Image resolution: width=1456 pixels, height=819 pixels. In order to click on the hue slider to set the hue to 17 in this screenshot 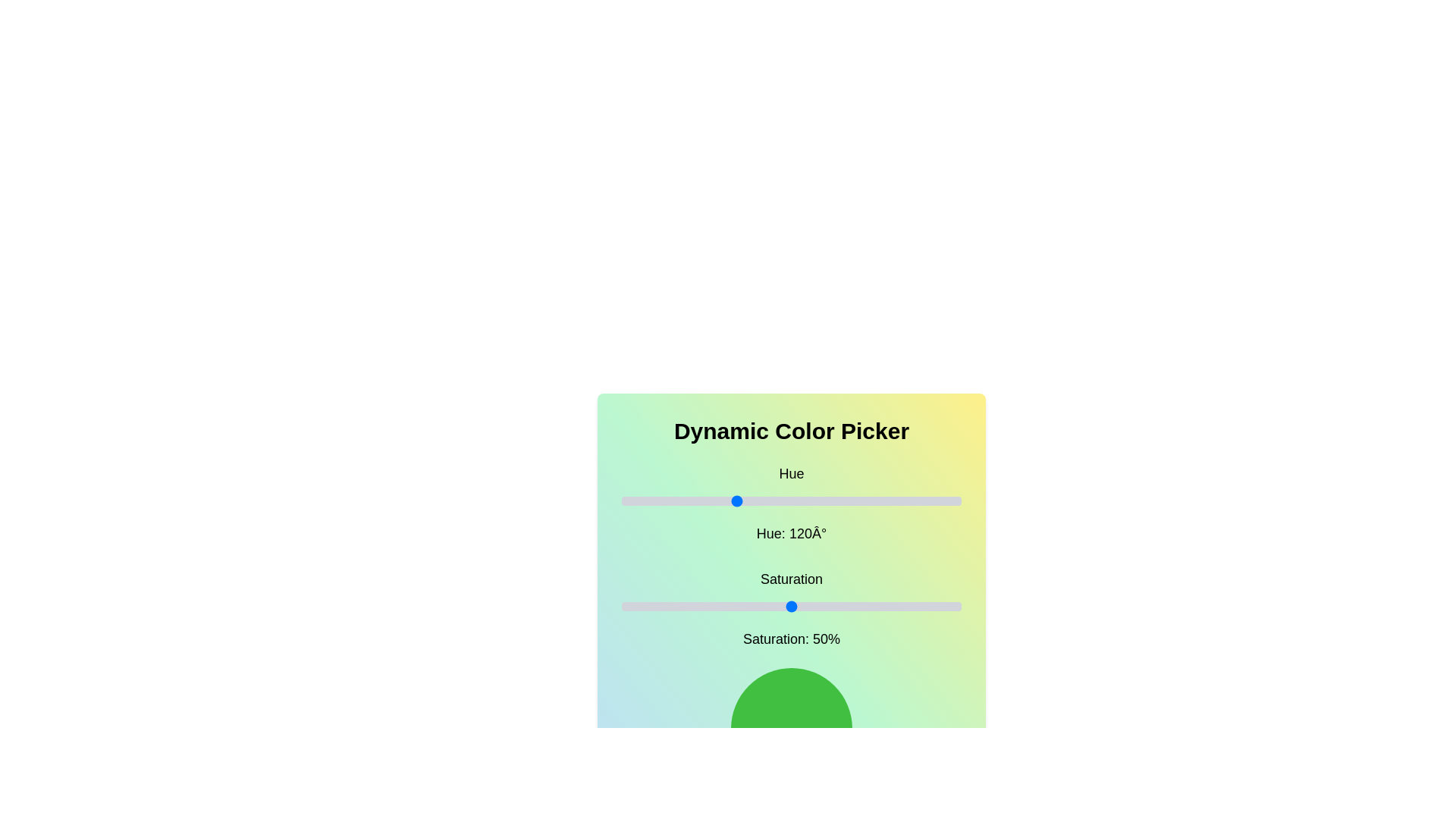, I will do `click(638, 500)`.